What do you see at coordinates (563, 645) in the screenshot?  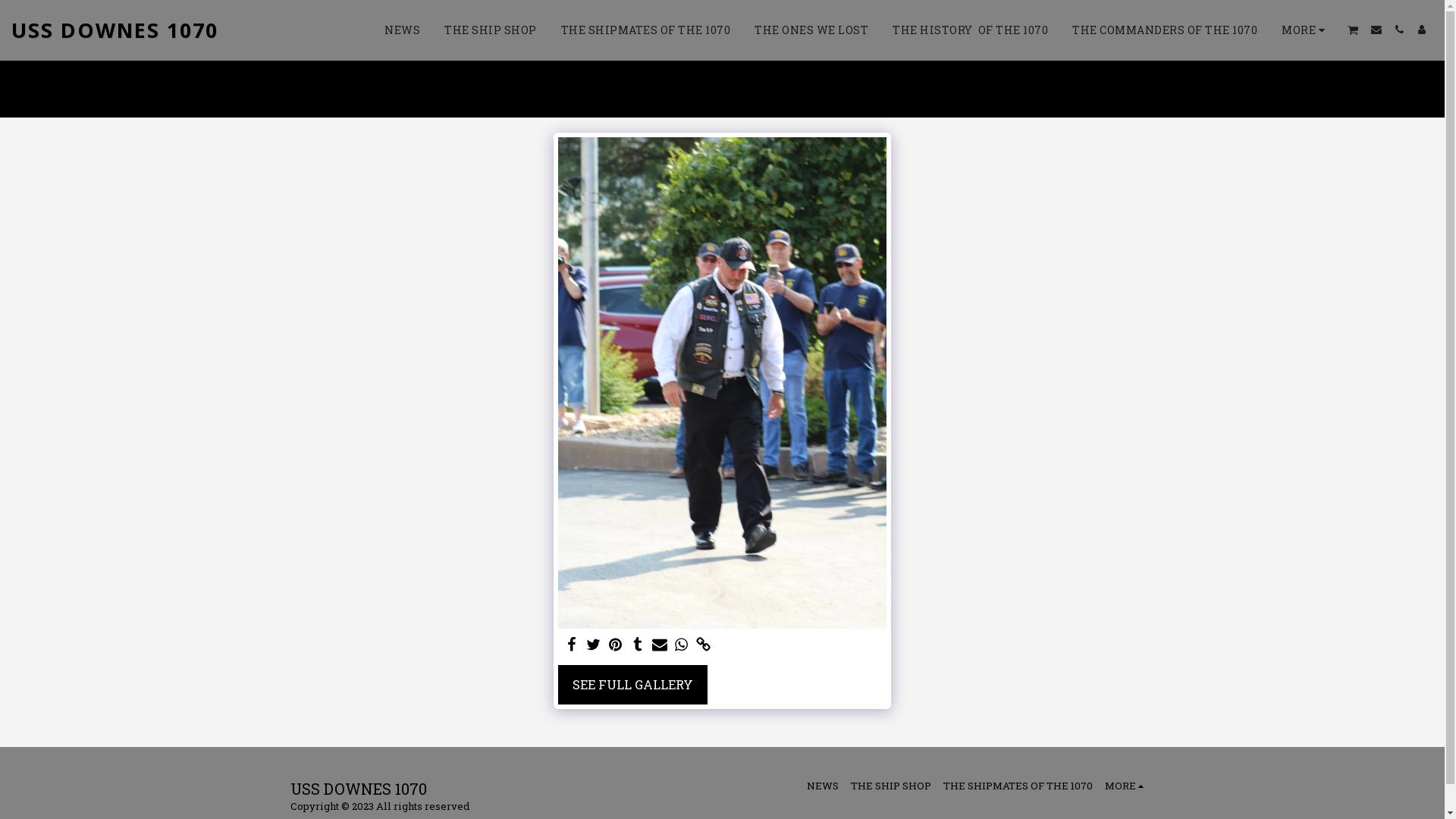 I see `'Share on Facebook'` at bounding box center [563, 645].